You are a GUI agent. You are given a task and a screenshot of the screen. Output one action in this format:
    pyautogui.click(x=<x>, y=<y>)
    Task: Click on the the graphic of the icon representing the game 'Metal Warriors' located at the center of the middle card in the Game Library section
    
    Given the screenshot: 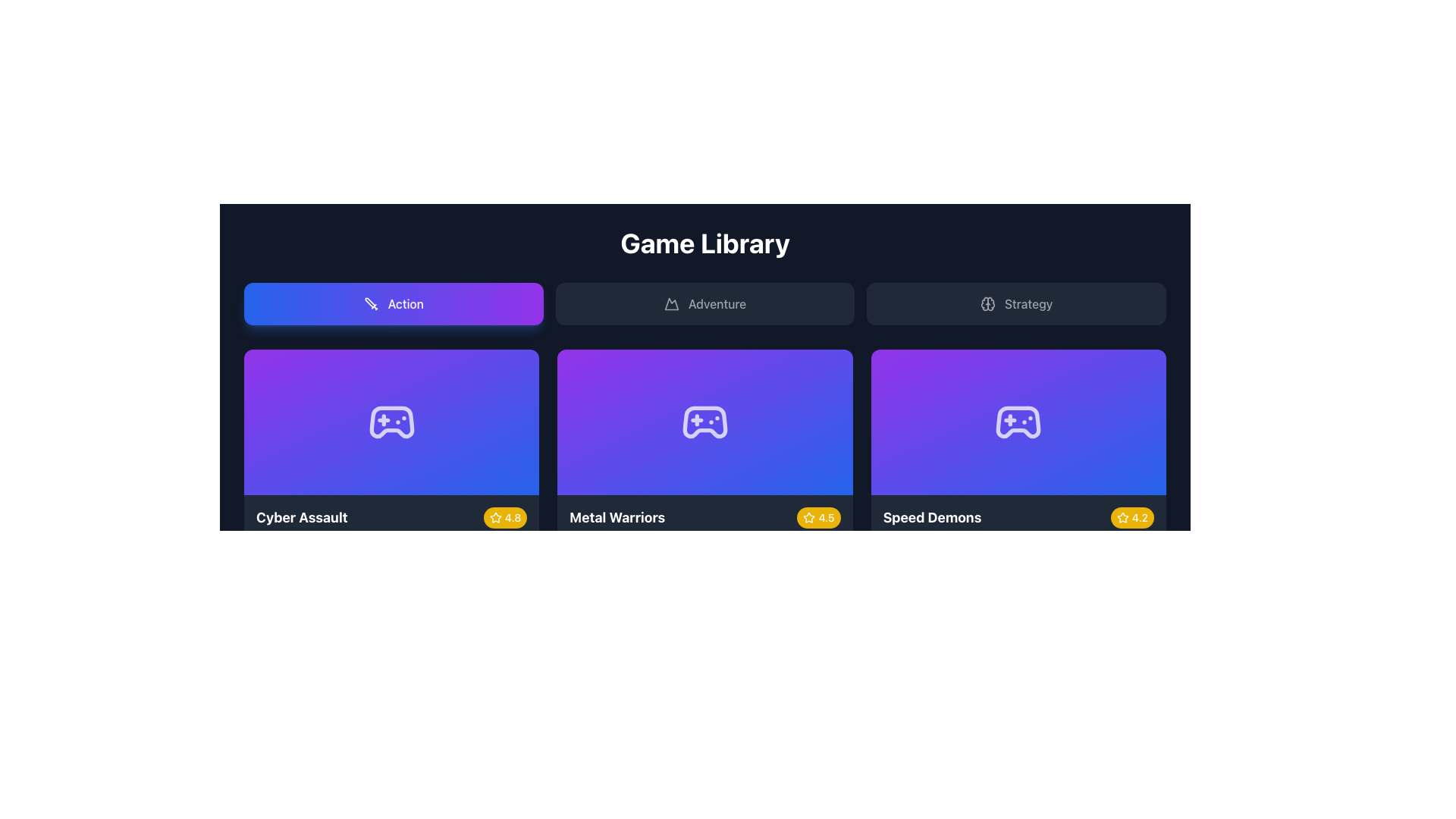 What is the action you would take?
    pyautogui.click(x=704, y=422)
    